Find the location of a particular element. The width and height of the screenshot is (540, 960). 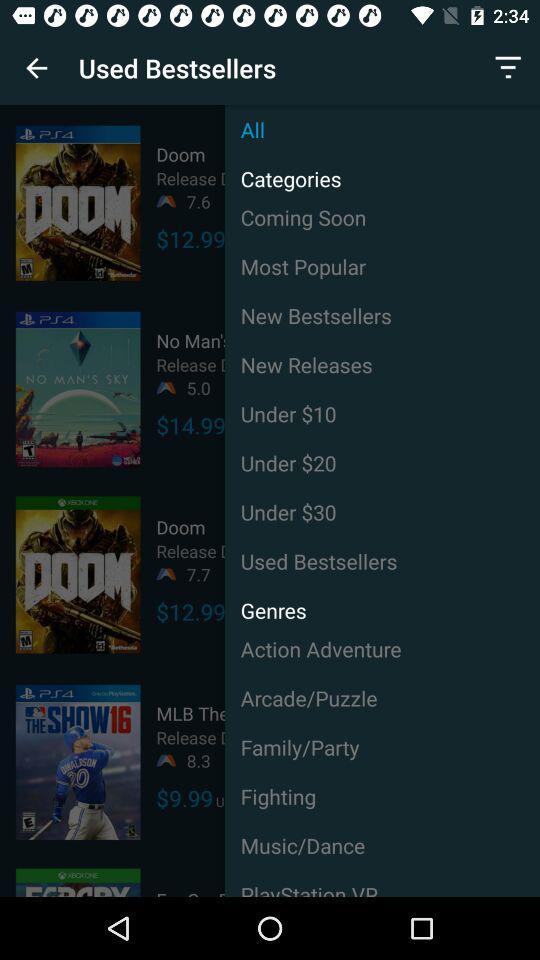

the app next to used bestsellers is located at coordinates (36, 68).